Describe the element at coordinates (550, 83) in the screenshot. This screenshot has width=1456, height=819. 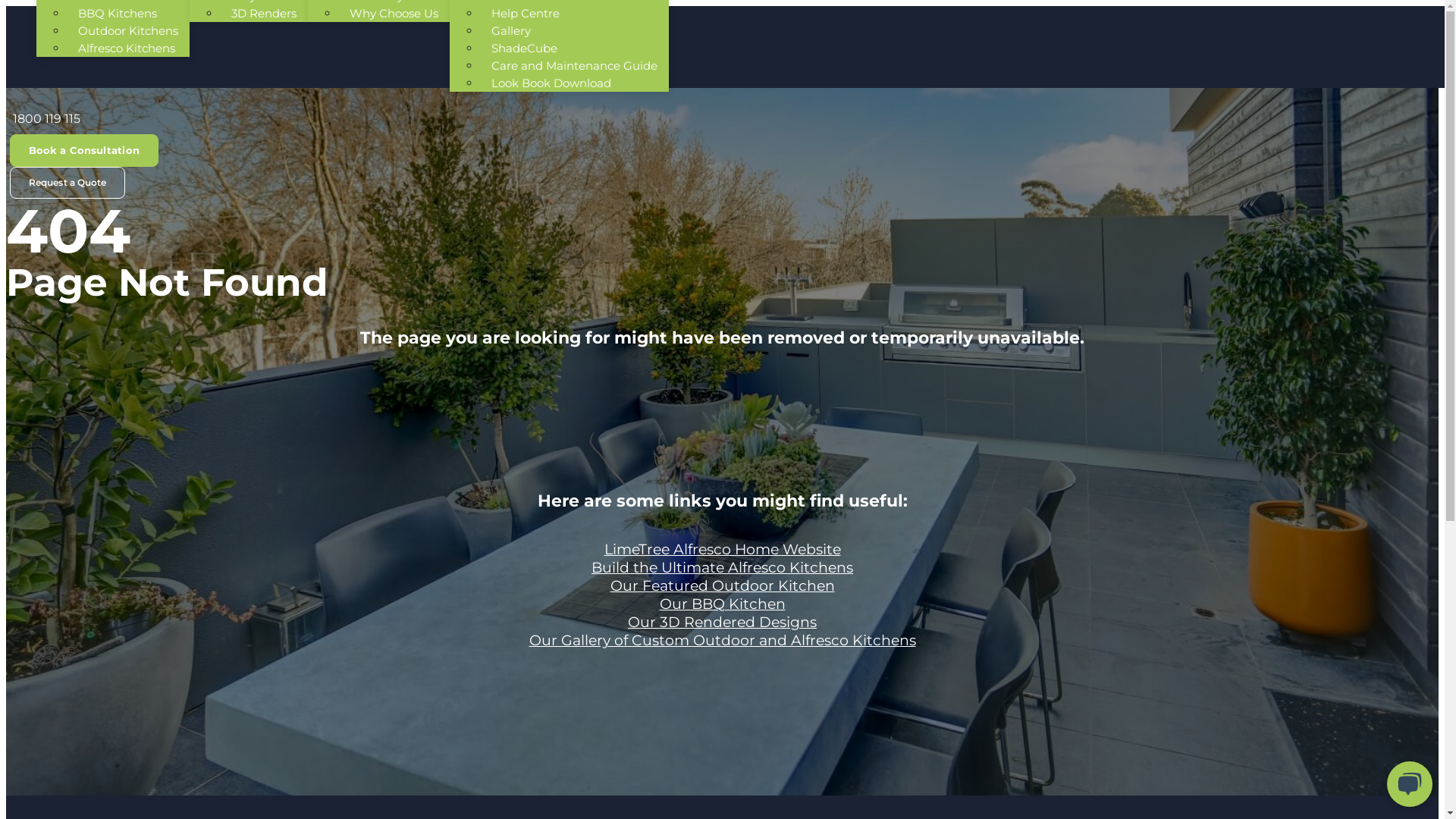
I see `'Look Book Download'` at that location.